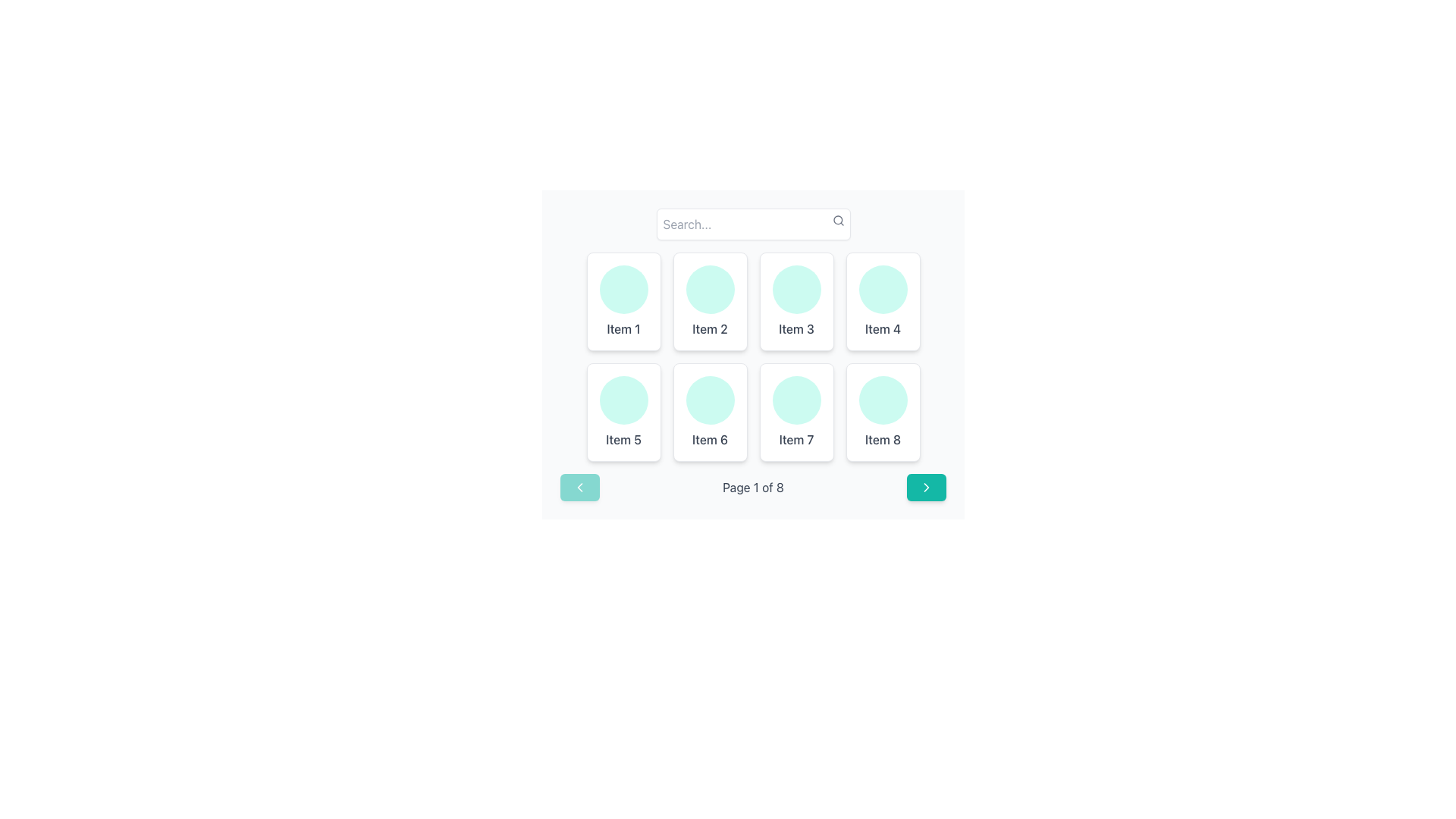  Describe the element at coordinates (753, 488) in the screenshot. I see `the text label displaying 'Page 1 of 8', which is centrally located below the item grid and between the navigation buttons, indicating its informational purpose` at that location.